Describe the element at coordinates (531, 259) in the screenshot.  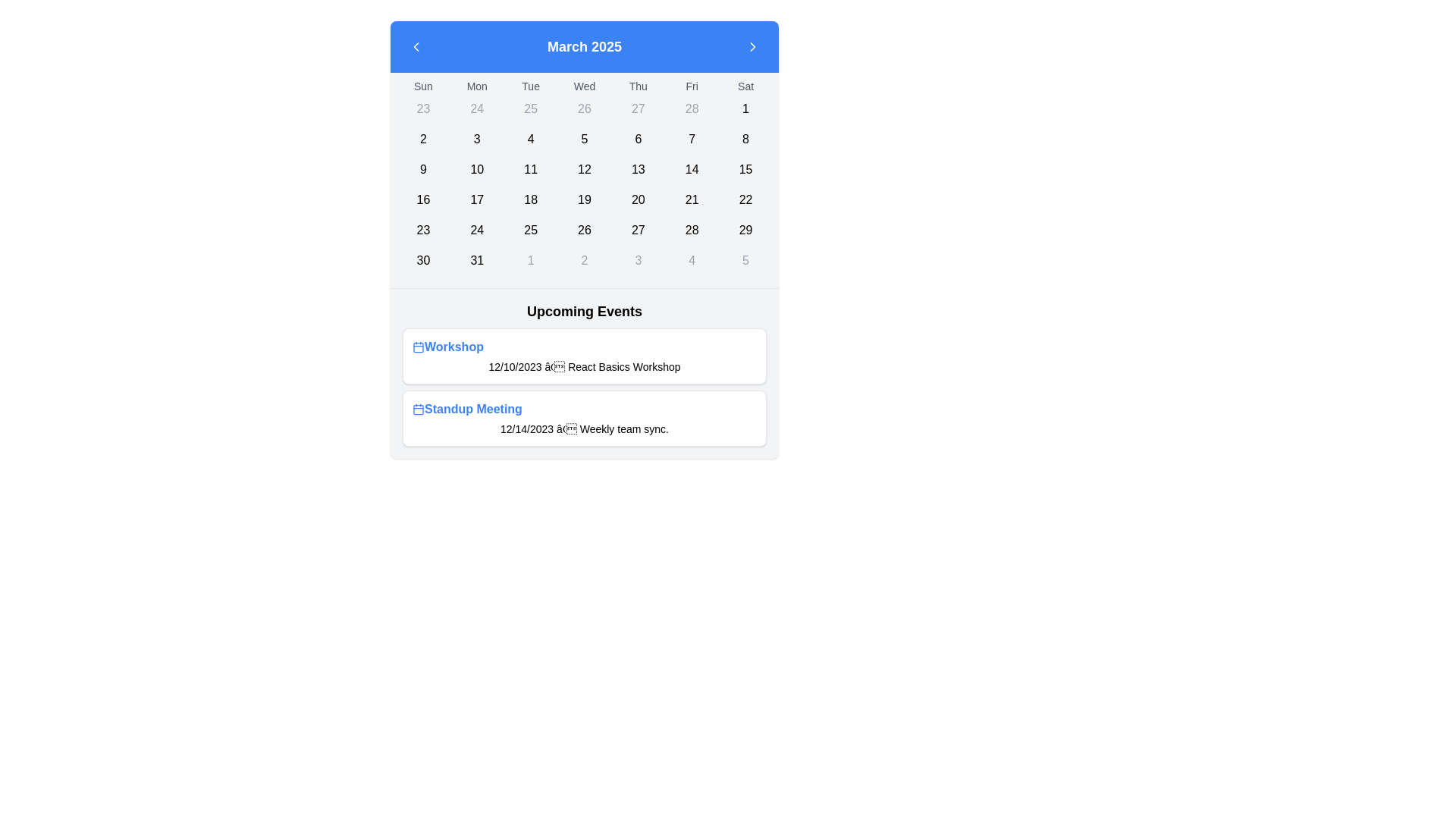
I see `the inactive calendar date tile displaying the number '1'` at that location.